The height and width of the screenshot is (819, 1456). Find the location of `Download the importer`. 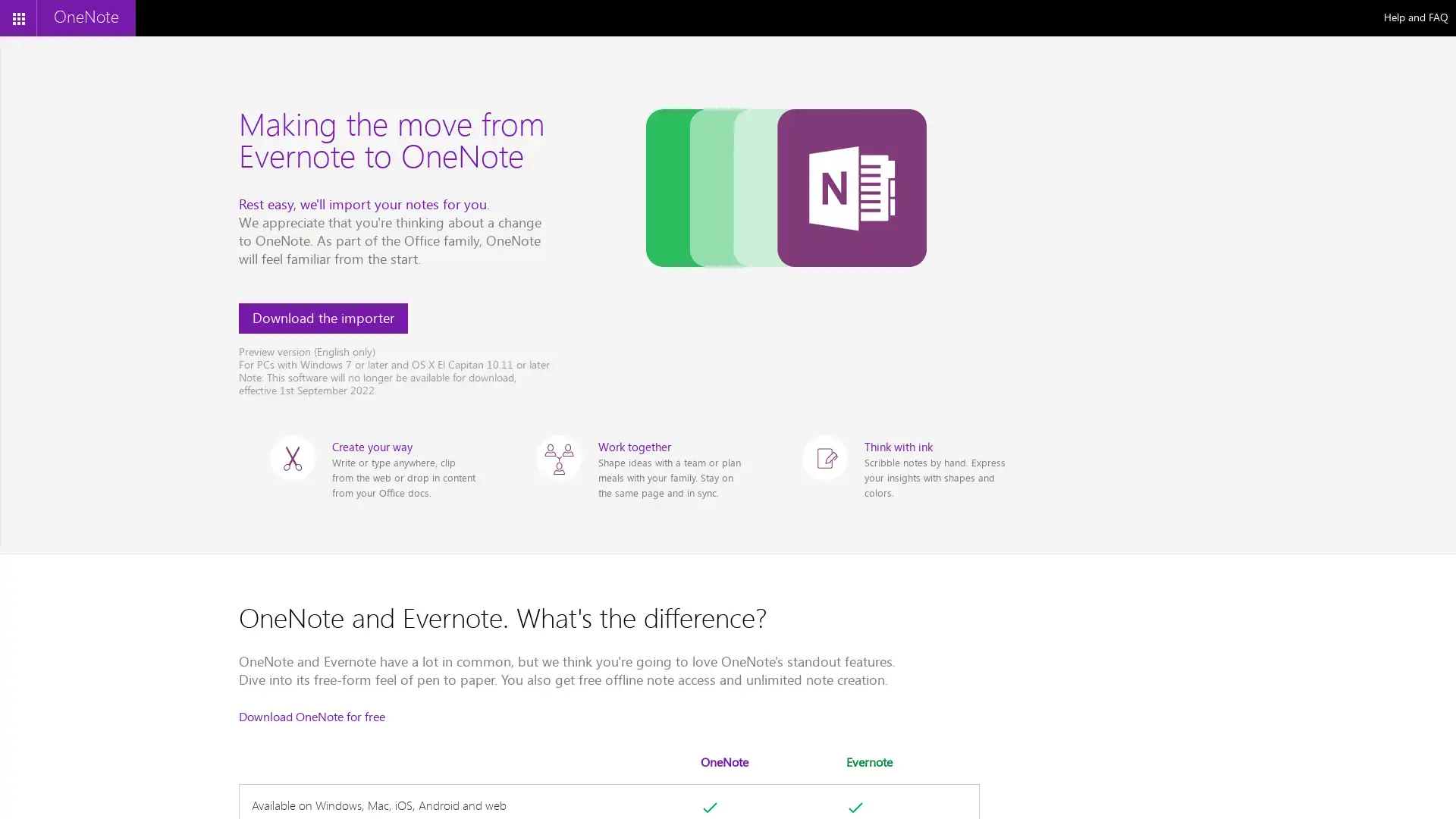

Download the importer is located at coordinates (322, 318).